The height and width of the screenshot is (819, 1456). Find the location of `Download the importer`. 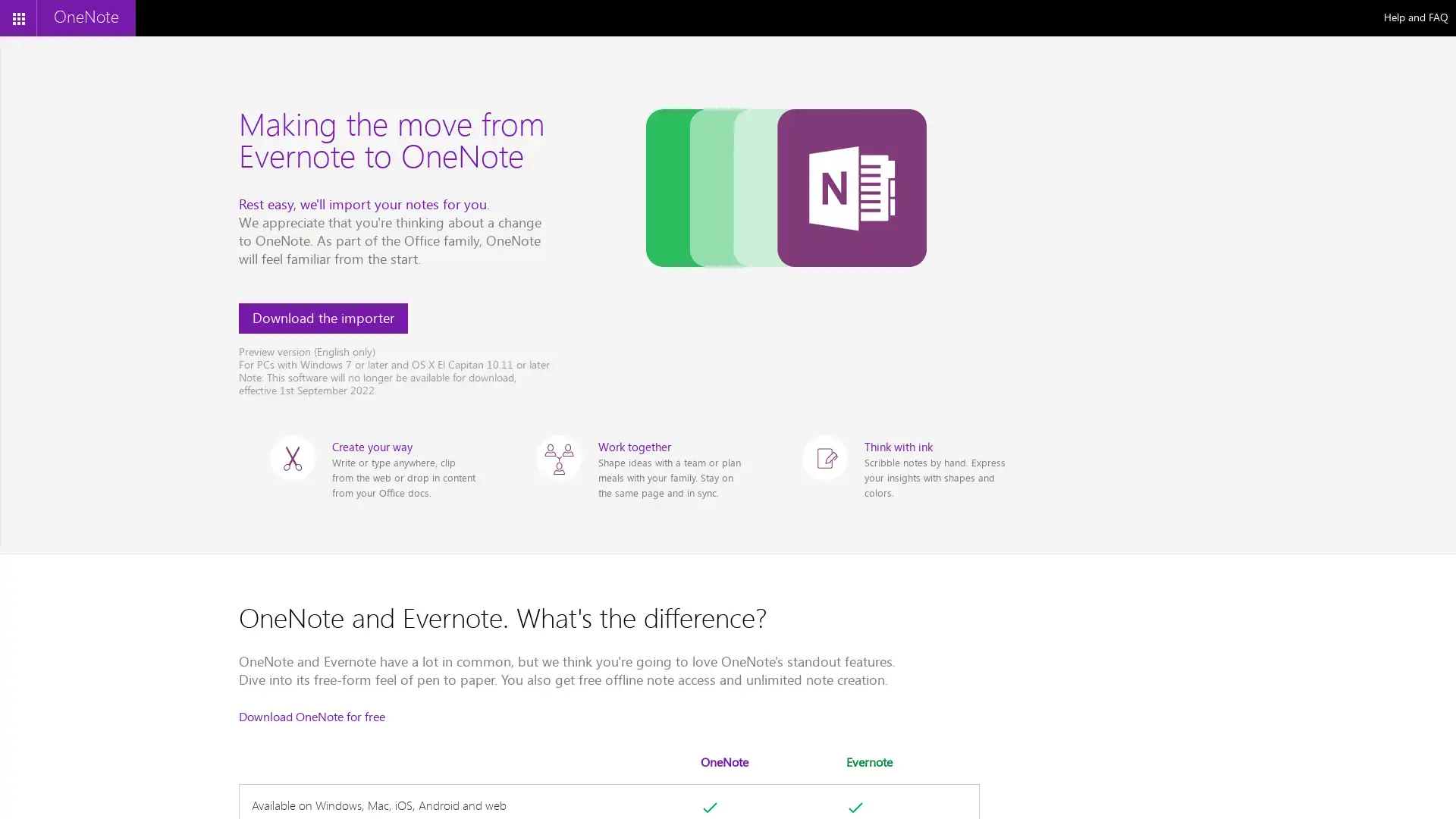

Download the importer is located at coordinates (322, 318).